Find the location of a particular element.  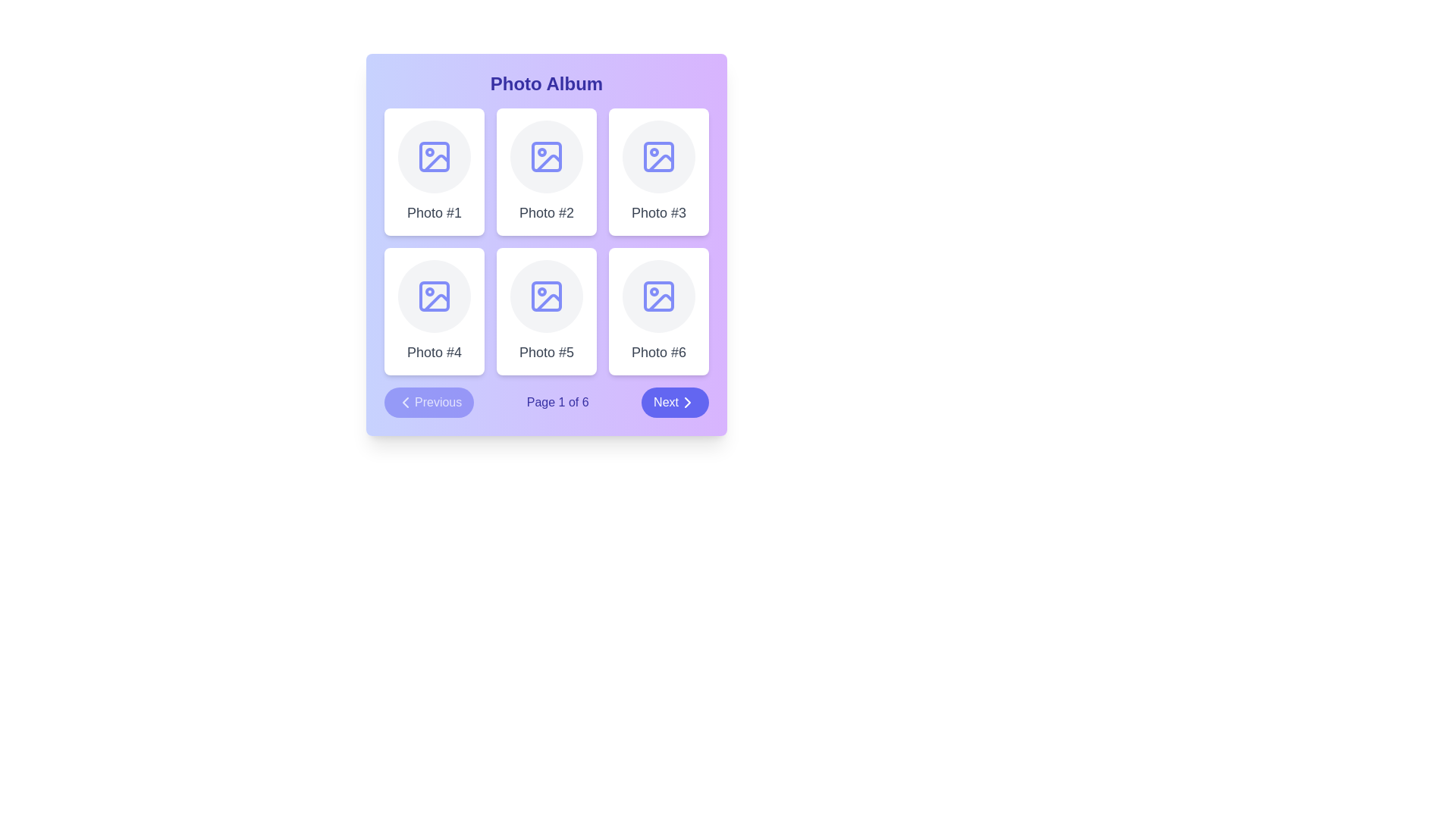

the first photo slot icon in the album is located at coordinates (433, 157).